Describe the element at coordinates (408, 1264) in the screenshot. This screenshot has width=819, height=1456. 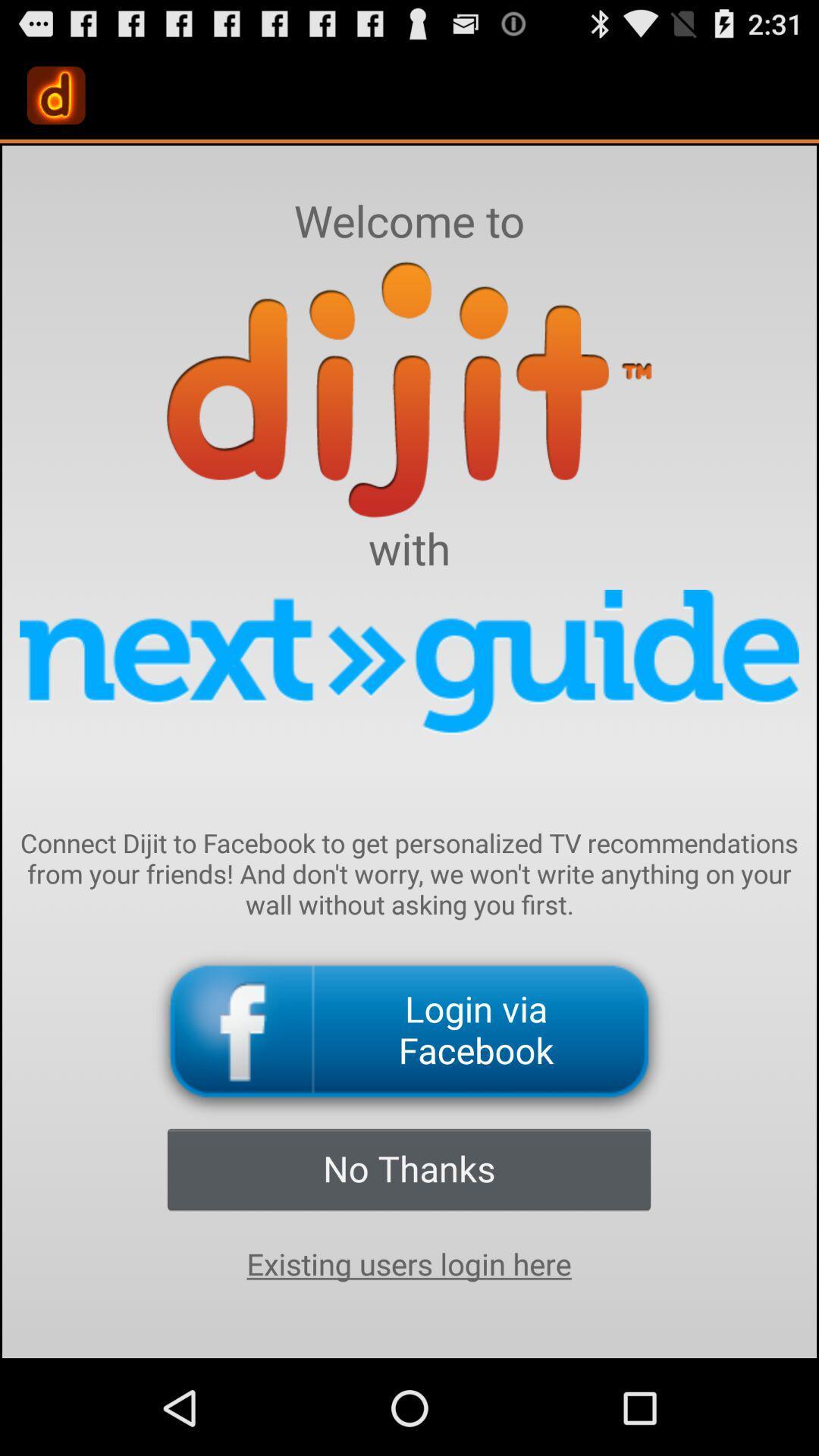
I see `the icon below no thanks button` at that location.